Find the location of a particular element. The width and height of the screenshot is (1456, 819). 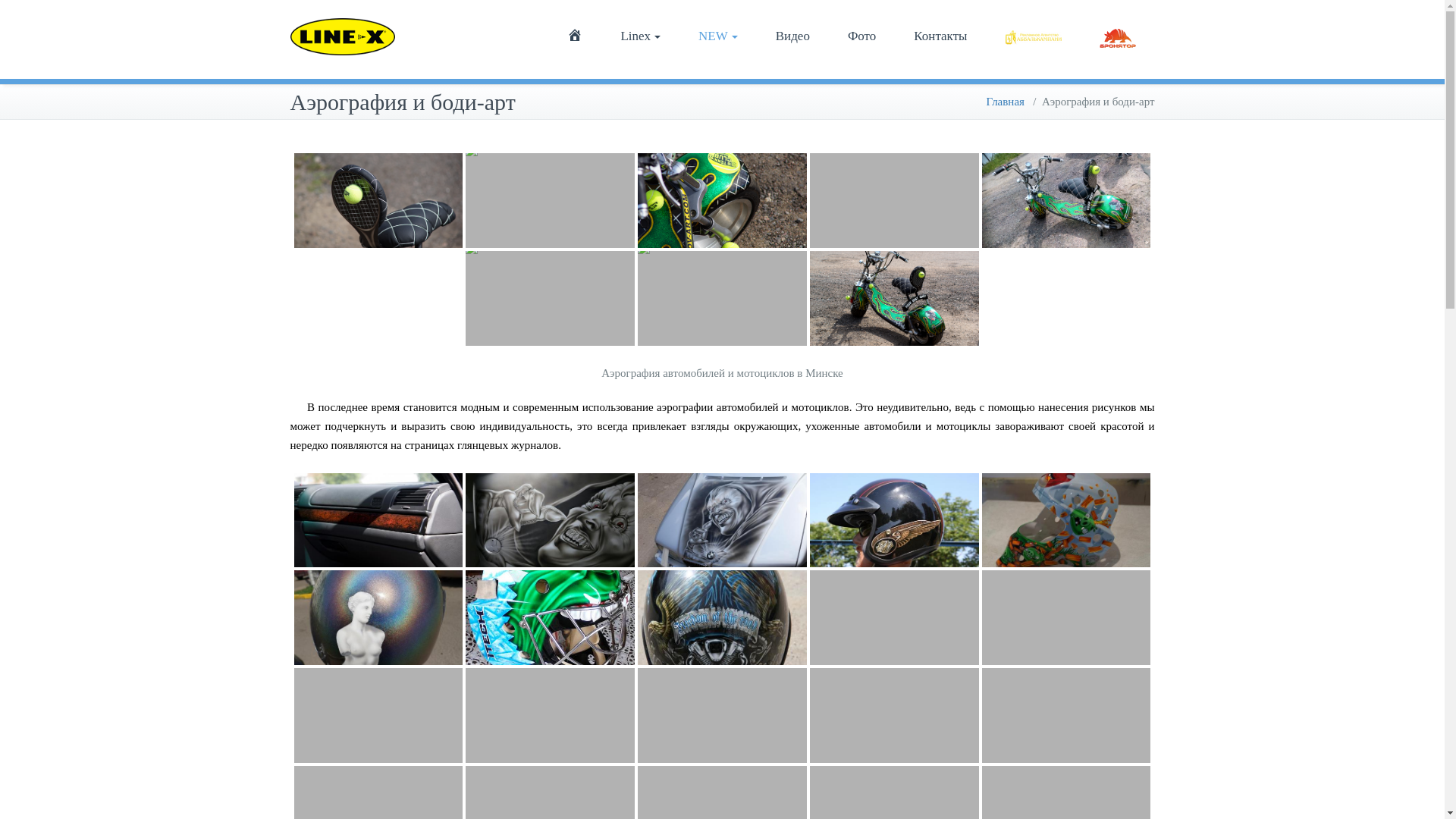

'NEW' is located at coordinates (717, 35).